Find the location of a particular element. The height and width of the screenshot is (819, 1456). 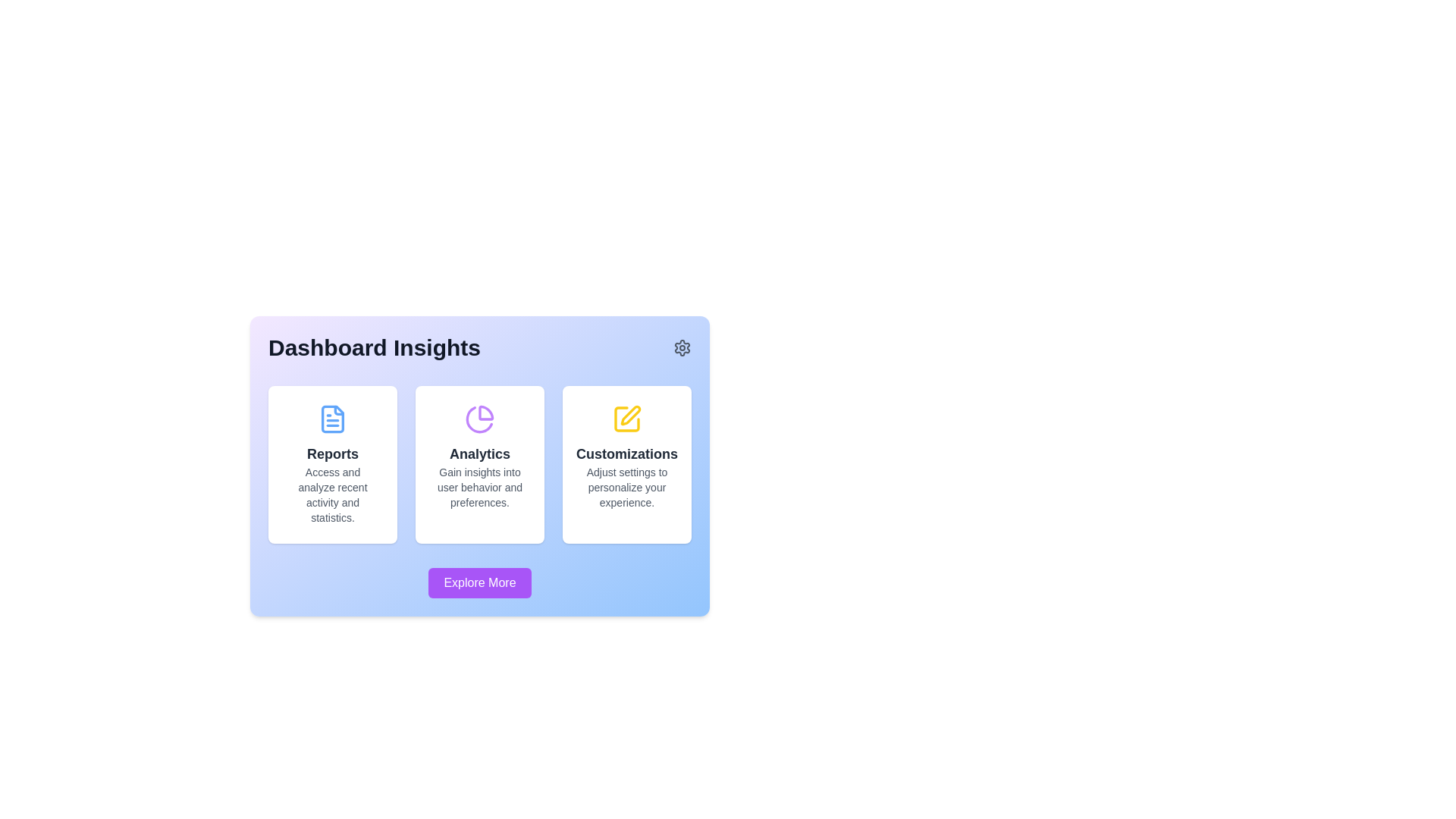

the Text label that provides a brief description or instruction related to the 'Customizations' feature, located beneath the title 'Customizations' in the bottom portion of the 'Customizations' card is located at coordinates (626, 488).